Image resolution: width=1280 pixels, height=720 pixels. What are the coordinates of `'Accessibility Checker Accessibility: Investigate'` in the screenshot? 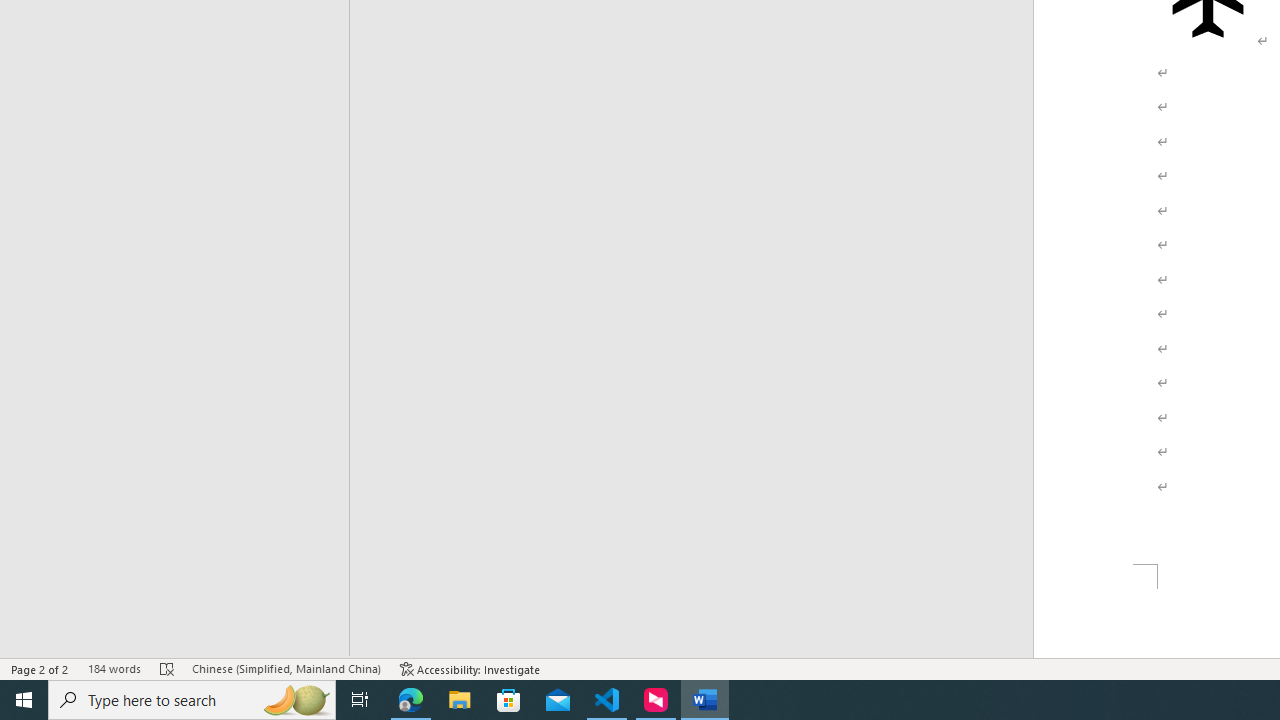 It's located at (469, 669).